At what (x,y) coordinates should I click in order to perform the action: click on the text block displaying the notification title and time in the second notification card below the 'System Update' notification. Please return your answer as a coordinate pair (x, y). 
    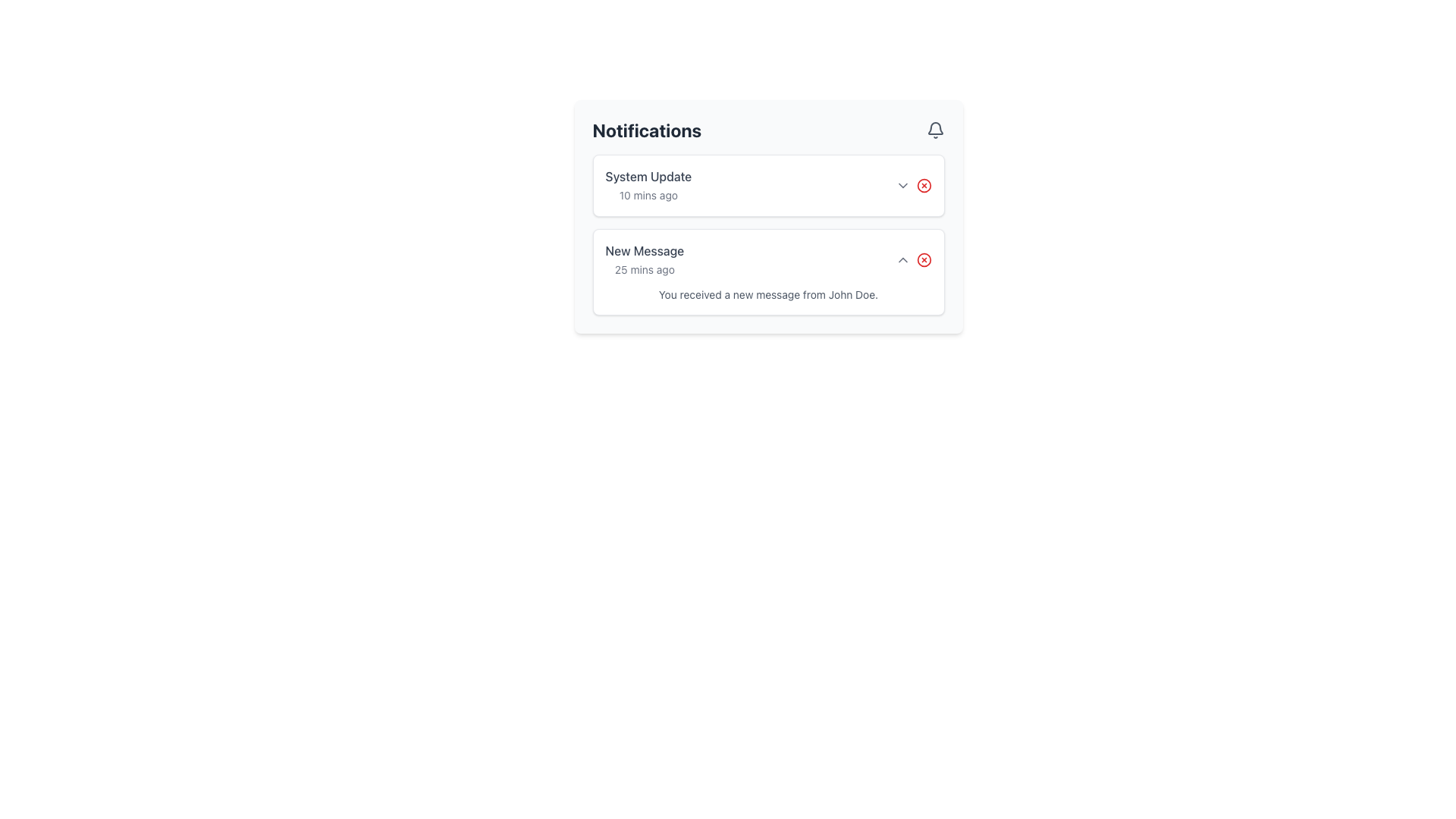
    Looking at the image, I should click on (645, 259).